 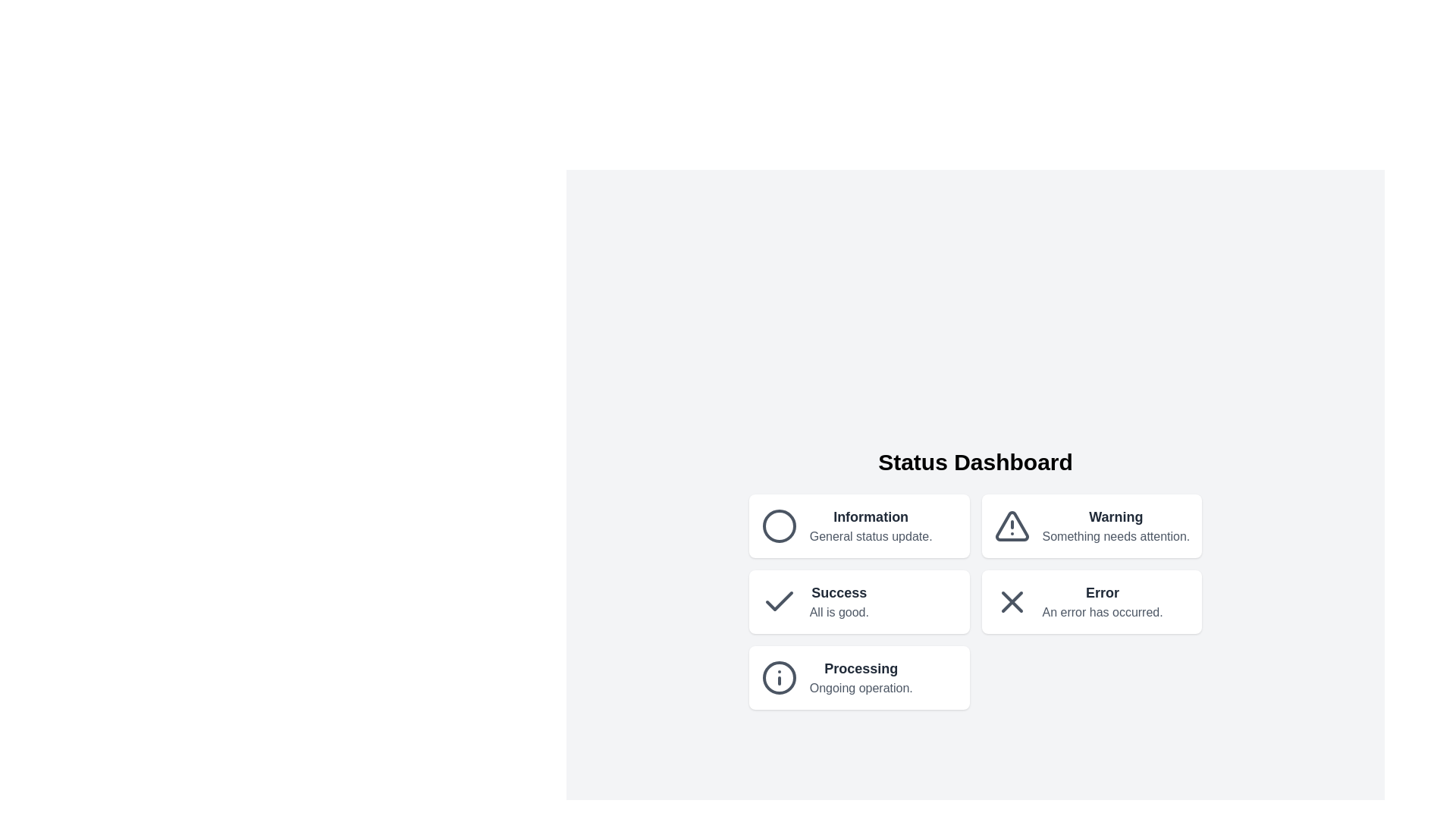 What do you see at coordinates (1012, 601) in the screenshot?
I see `the 'x' symbol icon` at bounding box center [1012, 601].